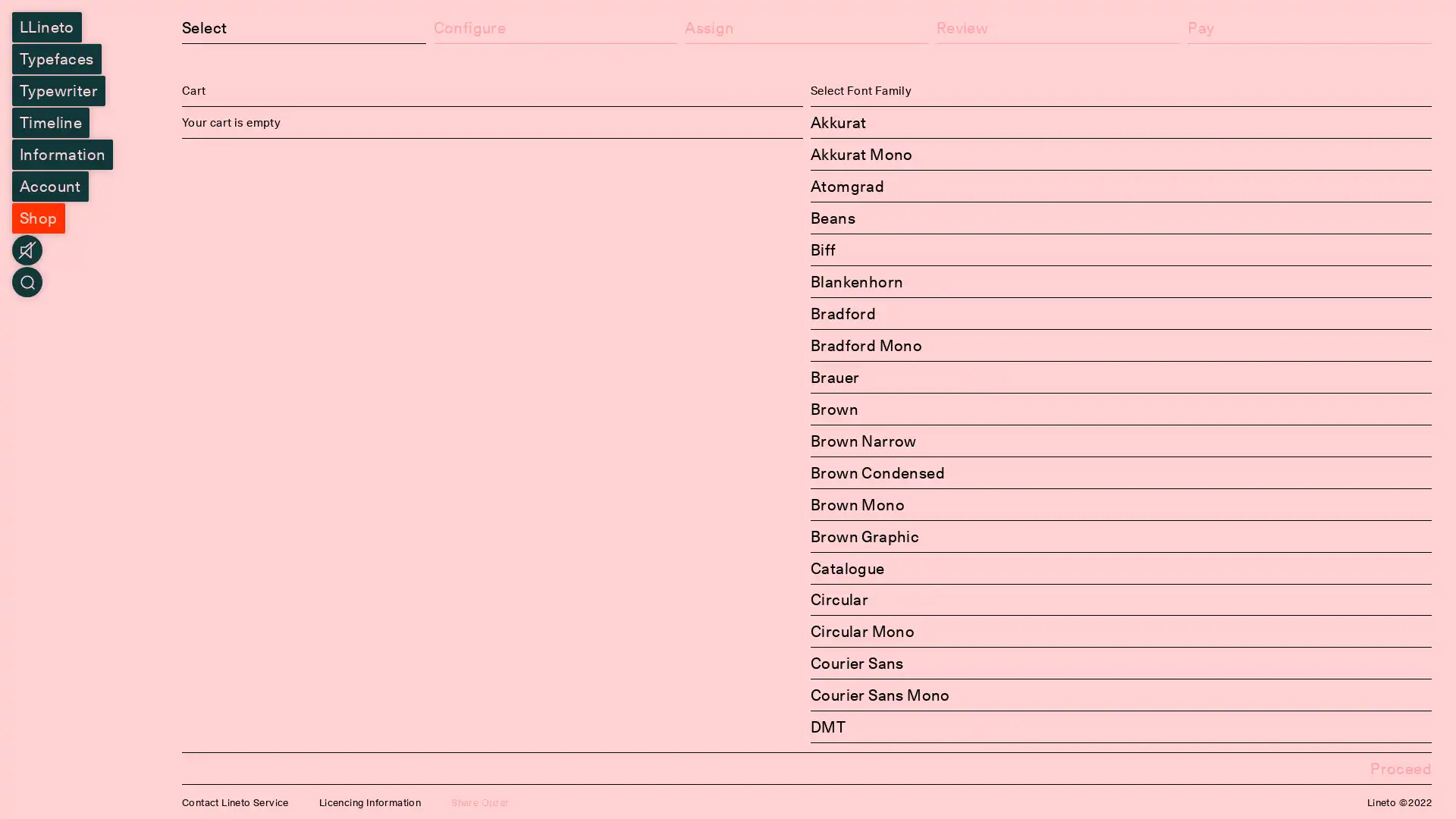 The image size is (1456, 819). What do you see at coordinates (479, 801) in the screenshot?
I see `Share Order` at bounding box center [479, 801].